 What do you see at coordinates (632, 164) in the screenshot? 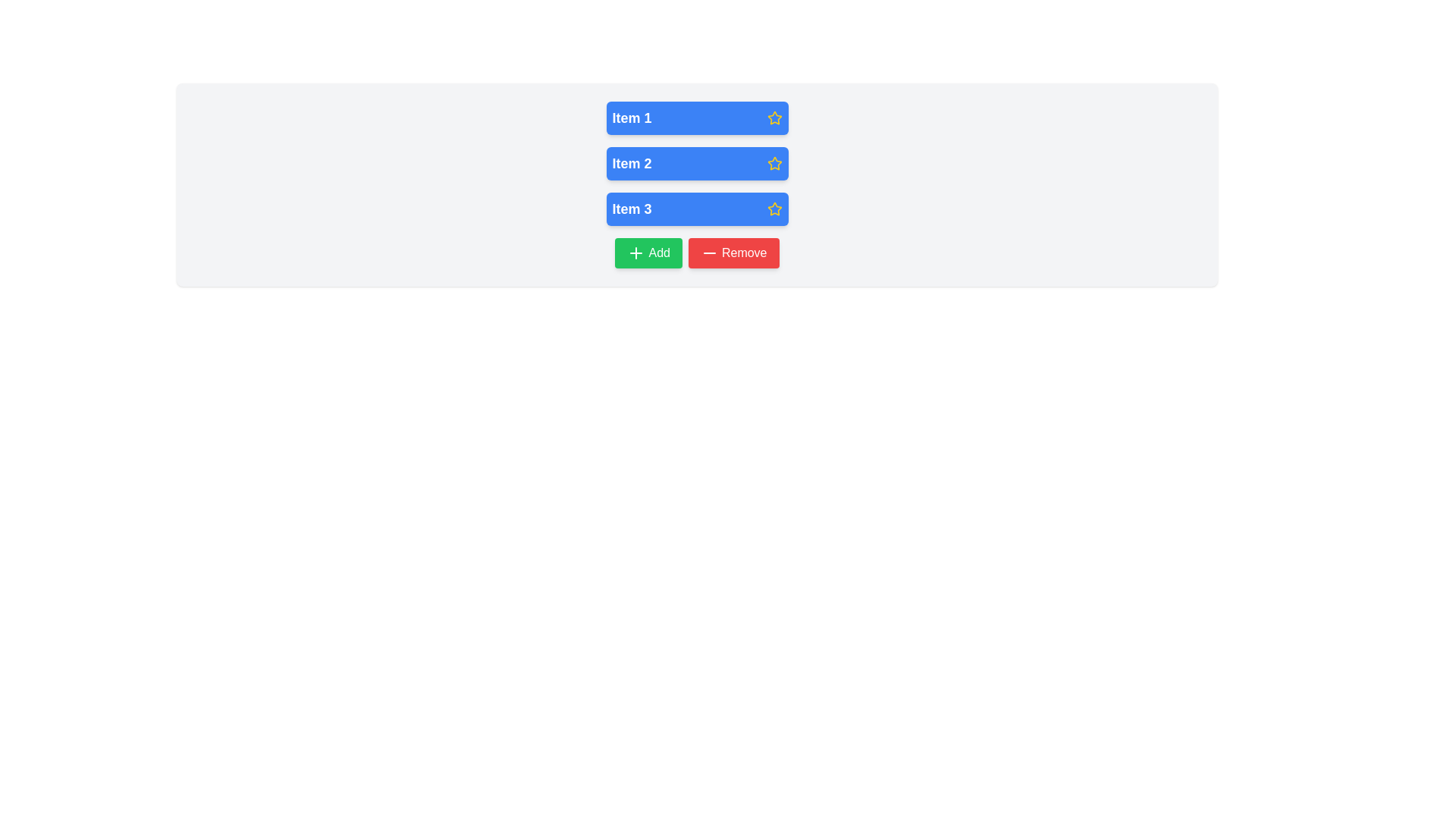
I see `the centered text label of the second button in a vertical stack of three blue buttons, which describes the content or purpose of the button and is aligned with the yellow star icon on its right` at bounding box center [632, 164].